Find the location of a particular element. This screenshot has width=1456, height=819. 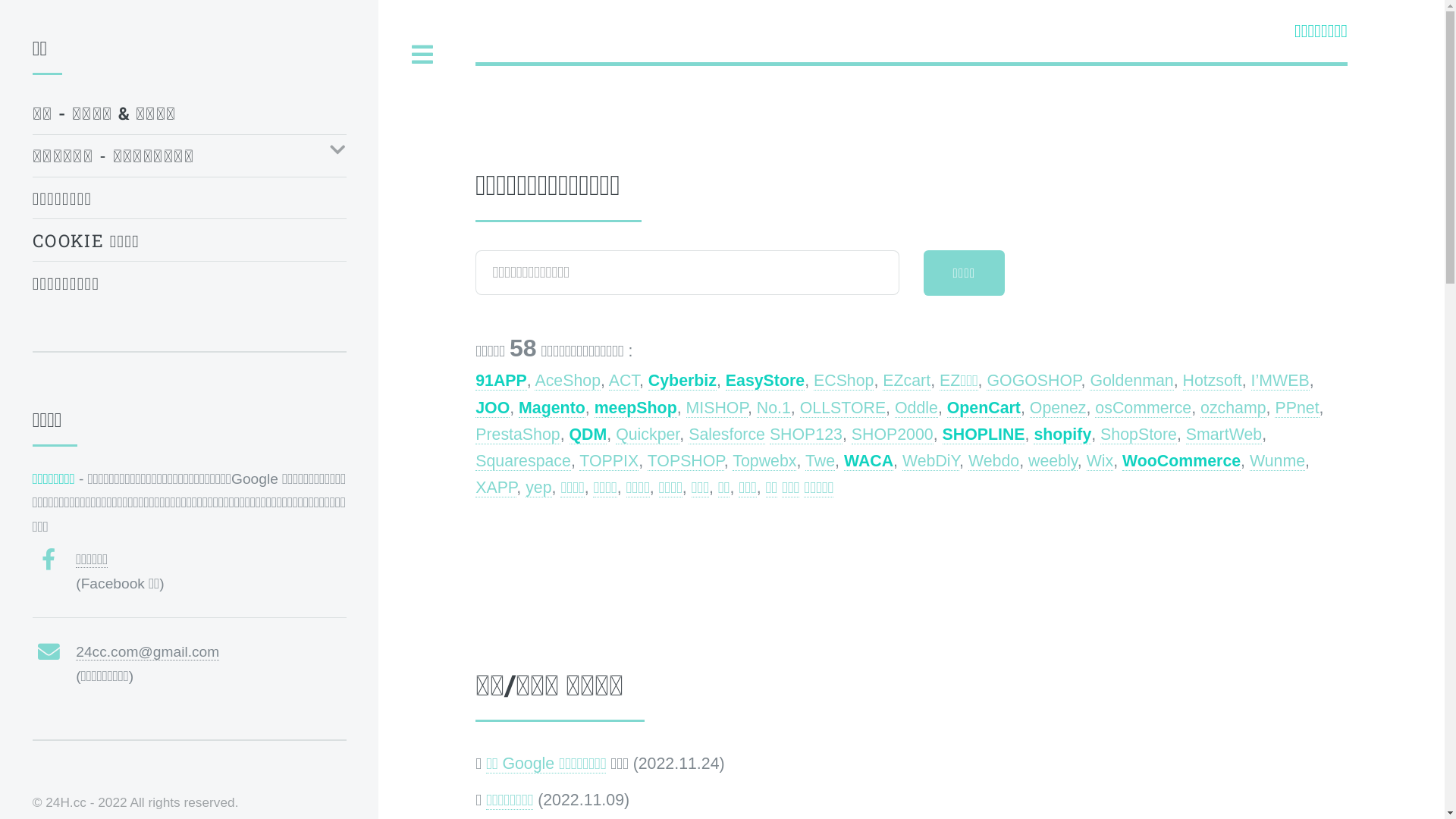

'MISHOP' is located at coordinates (716, 407).